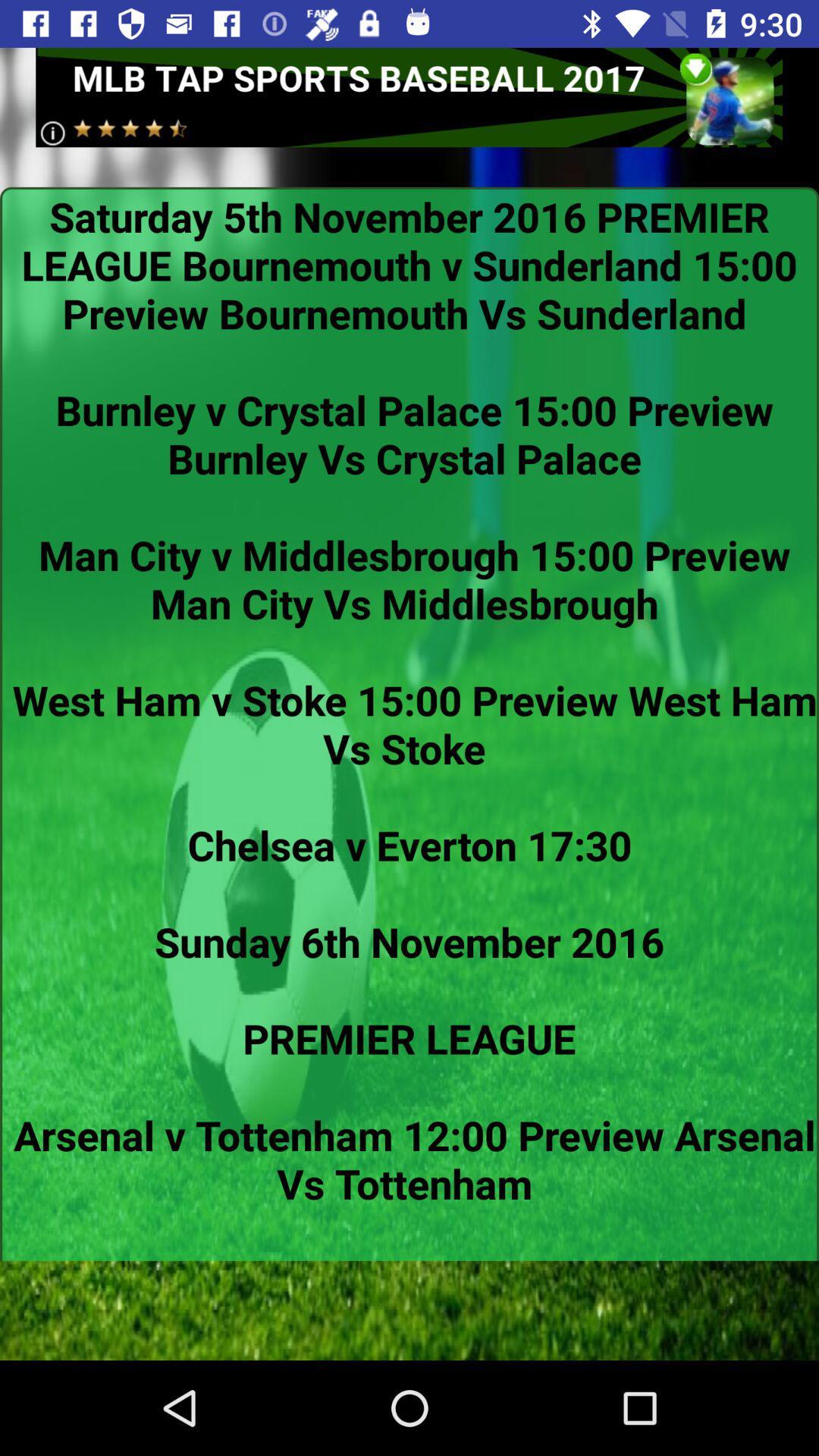 This screenshot has height=1456, width=819. I want to click on new advertisement open box, so click(408, 96).